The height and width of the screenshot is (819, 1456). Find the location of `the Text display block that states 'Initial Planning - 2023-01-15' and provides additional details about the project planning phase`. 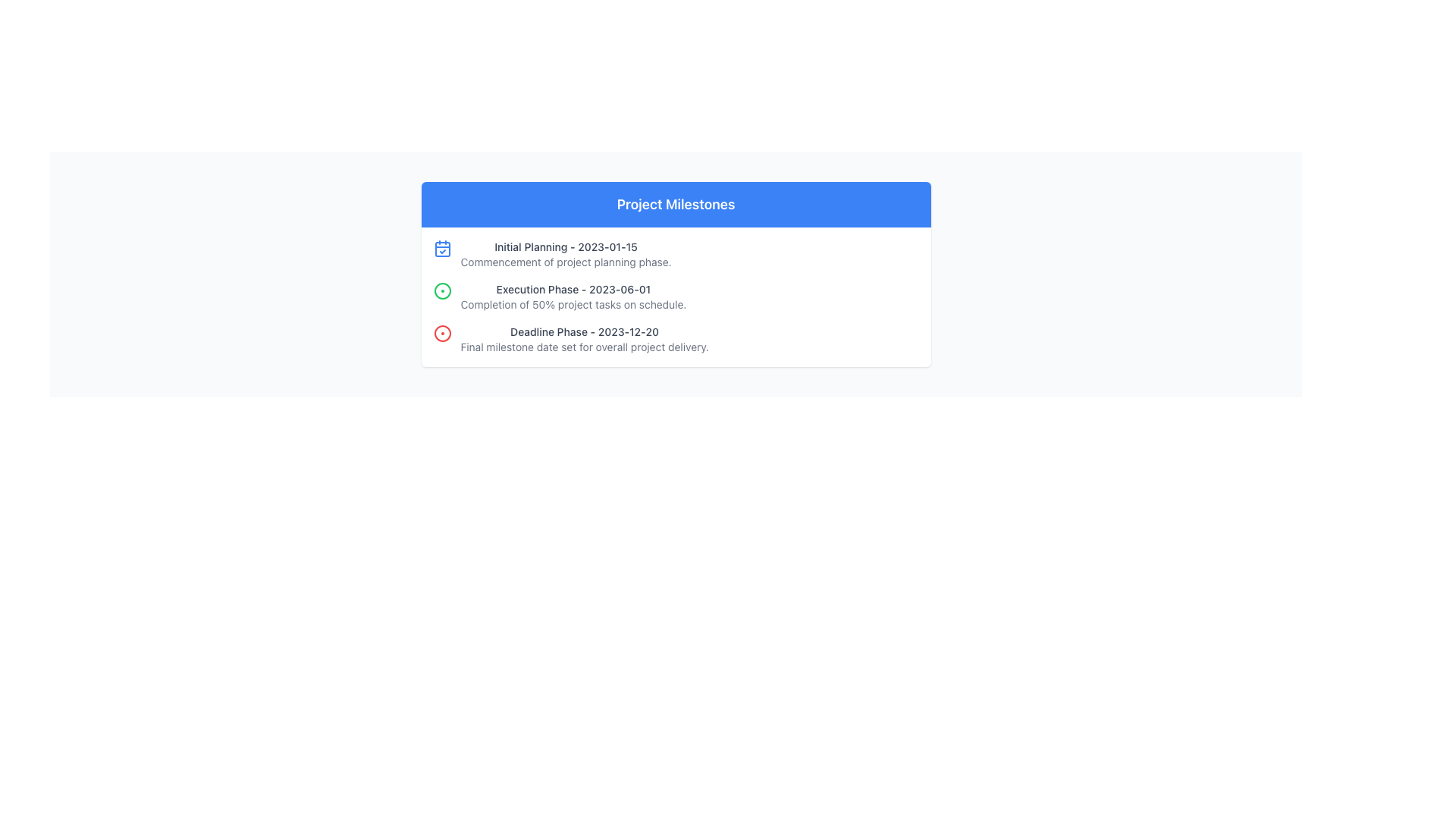

the Text display block that states 'Initial Planning - 2023-01-15' and provides additional details about the project planning phase is located at coordinates (565, 253).